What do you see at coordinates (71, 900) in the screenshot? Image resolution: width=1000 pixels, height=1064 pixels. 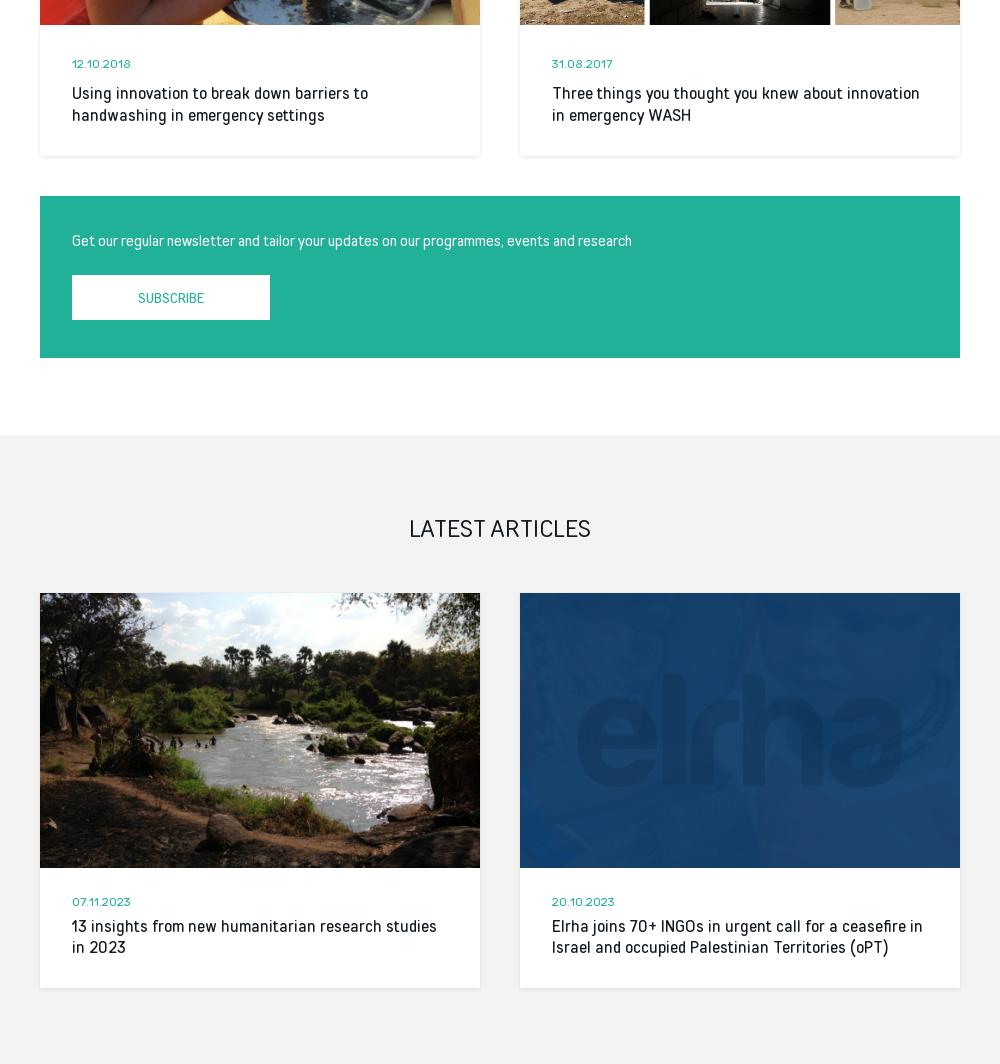 I see `'07.11.2023'` at bounding box center [71, 900].